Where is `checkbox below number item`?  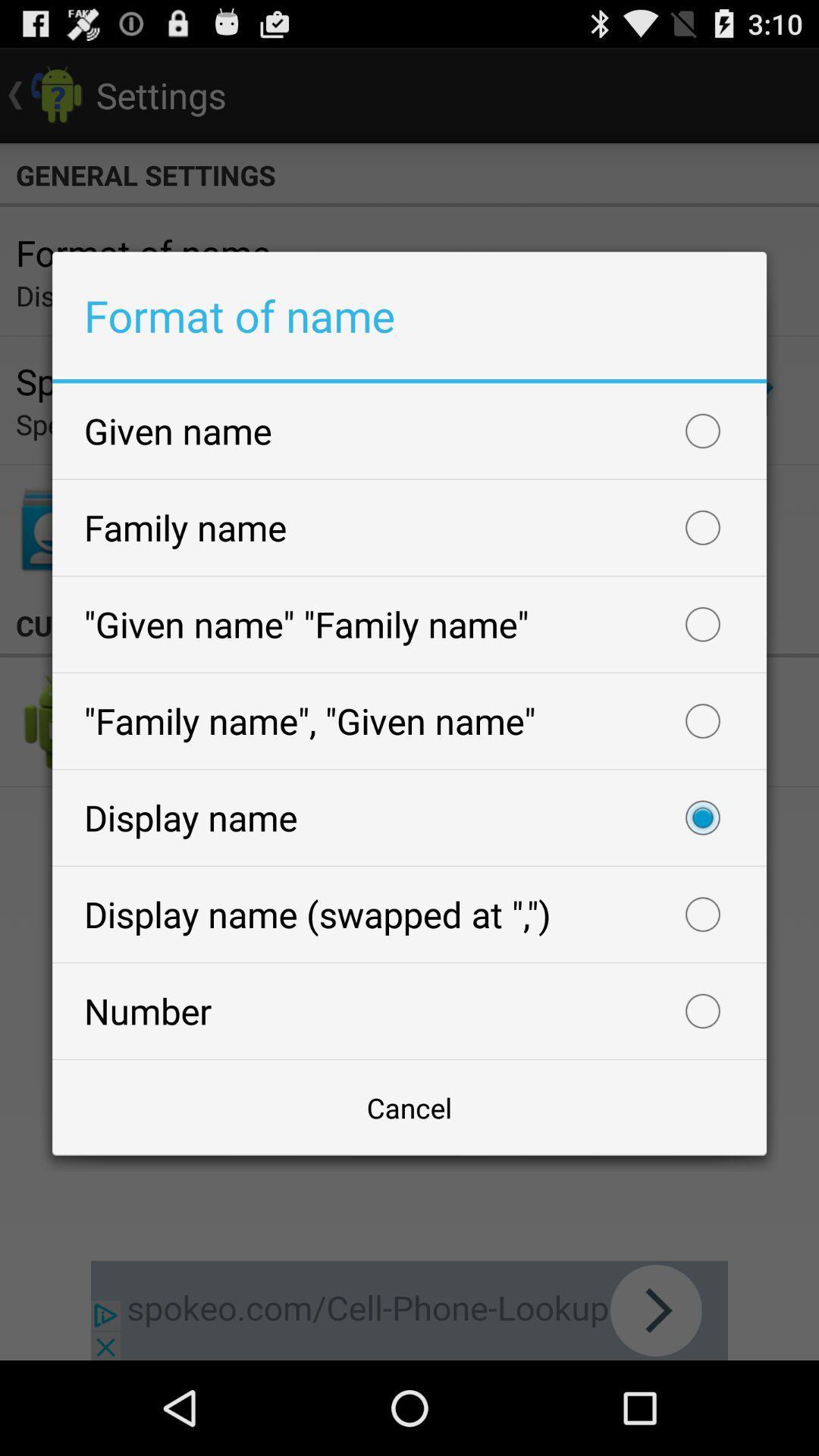
checkbox below number item is located at coordinates (409, 1107).